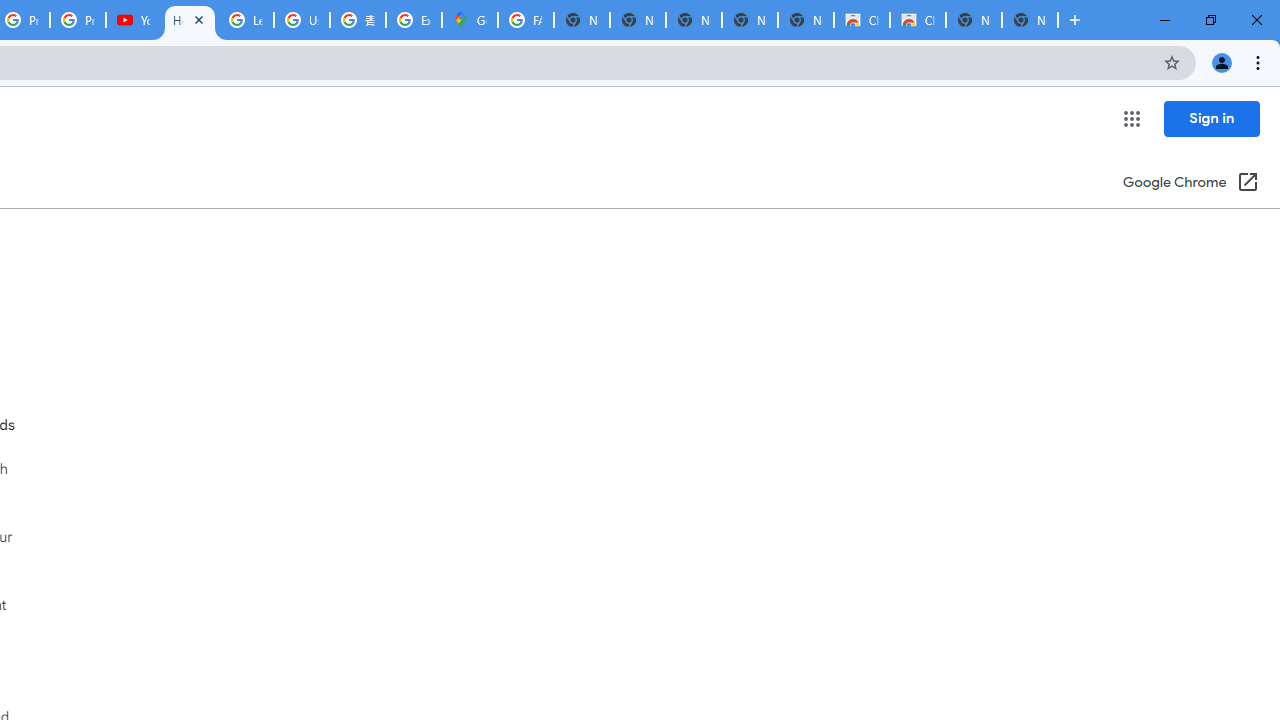 The height and width of the screenshot is (720, 1280). I want to click on 'YouTube', so click(133, 20).